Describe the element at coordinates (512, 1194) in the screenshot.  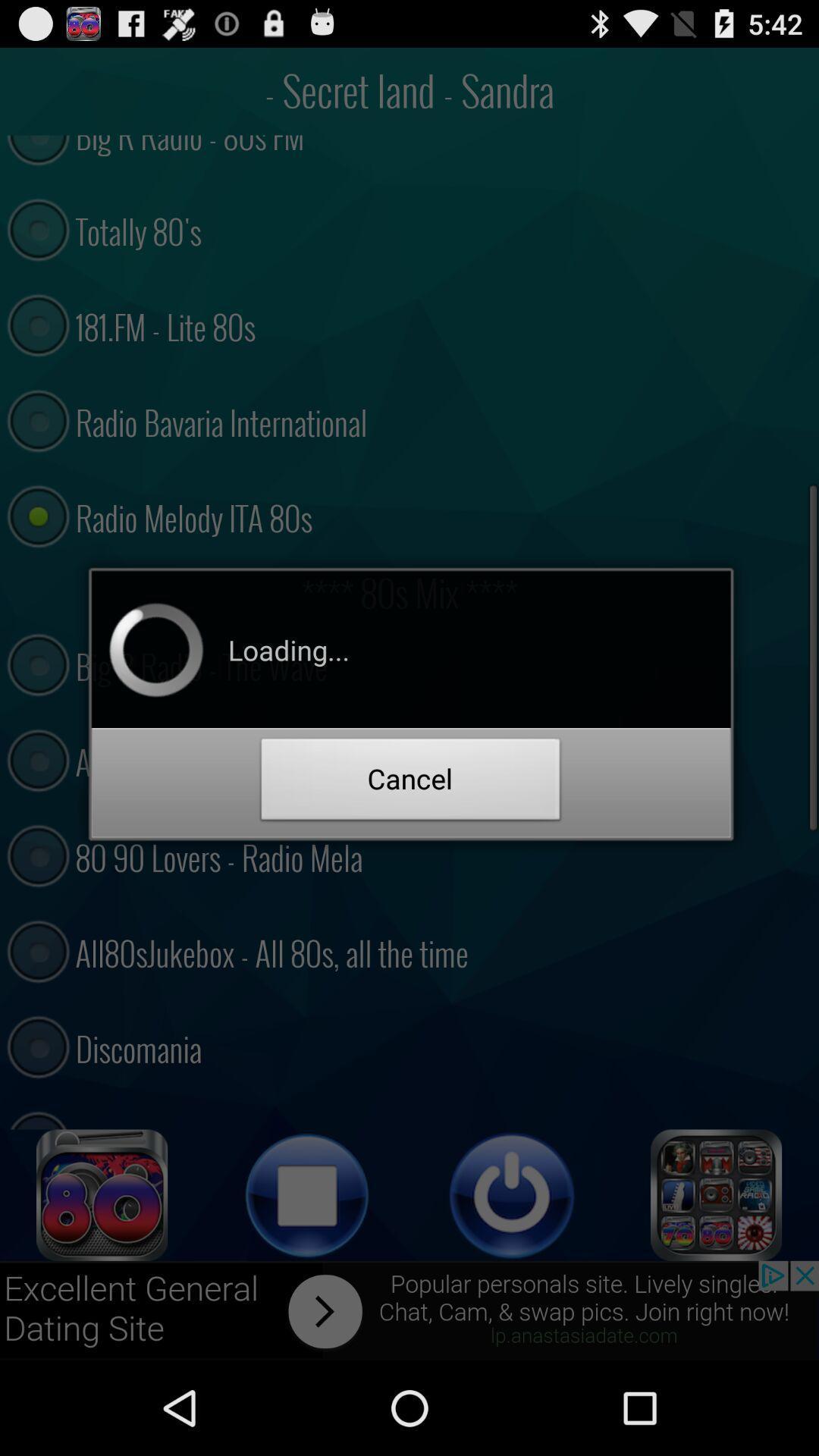
I see `power` at that location.